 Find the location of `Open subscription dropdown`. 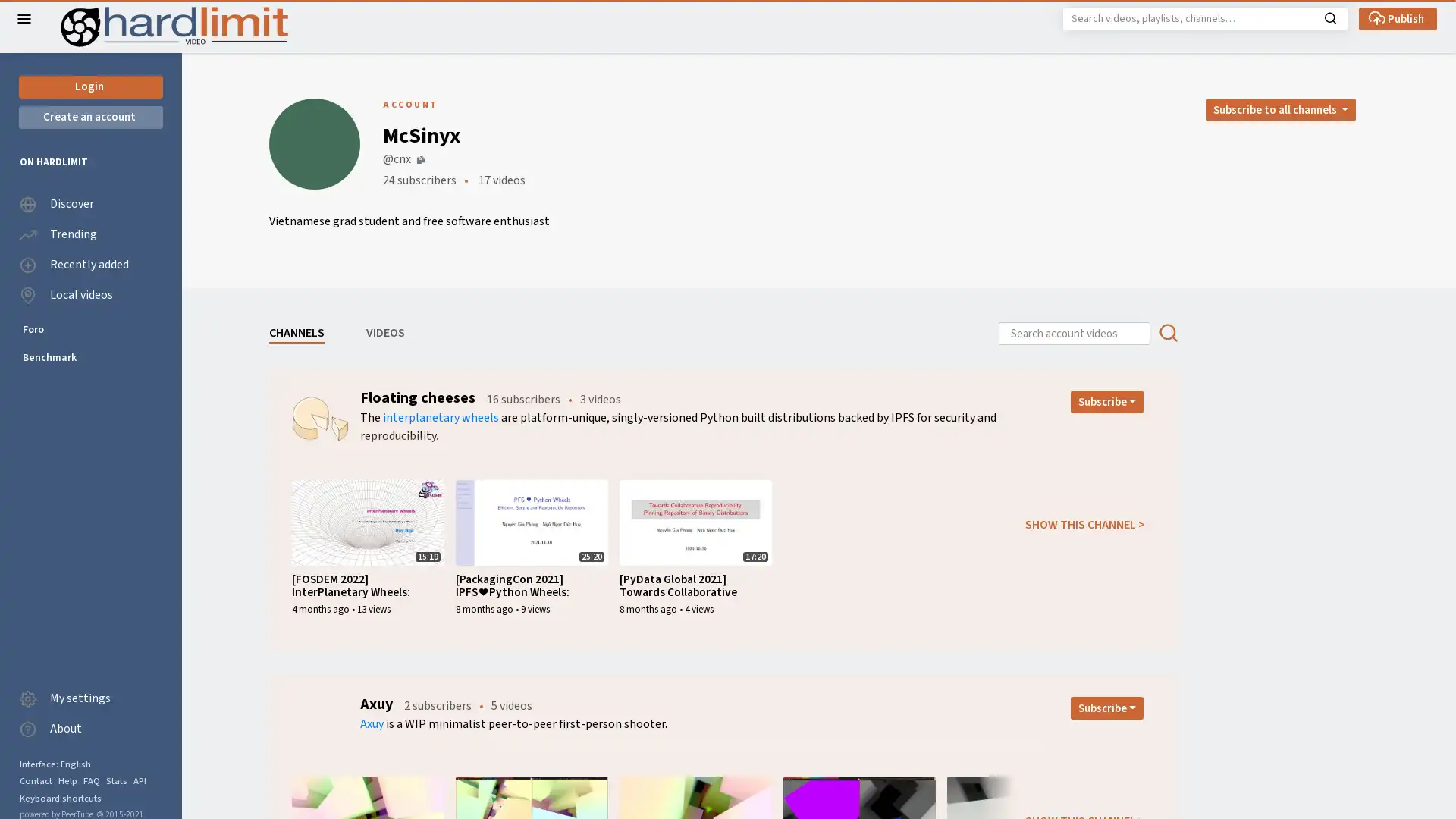

Open subscription dropdown is located at coordinates (1106, 708).